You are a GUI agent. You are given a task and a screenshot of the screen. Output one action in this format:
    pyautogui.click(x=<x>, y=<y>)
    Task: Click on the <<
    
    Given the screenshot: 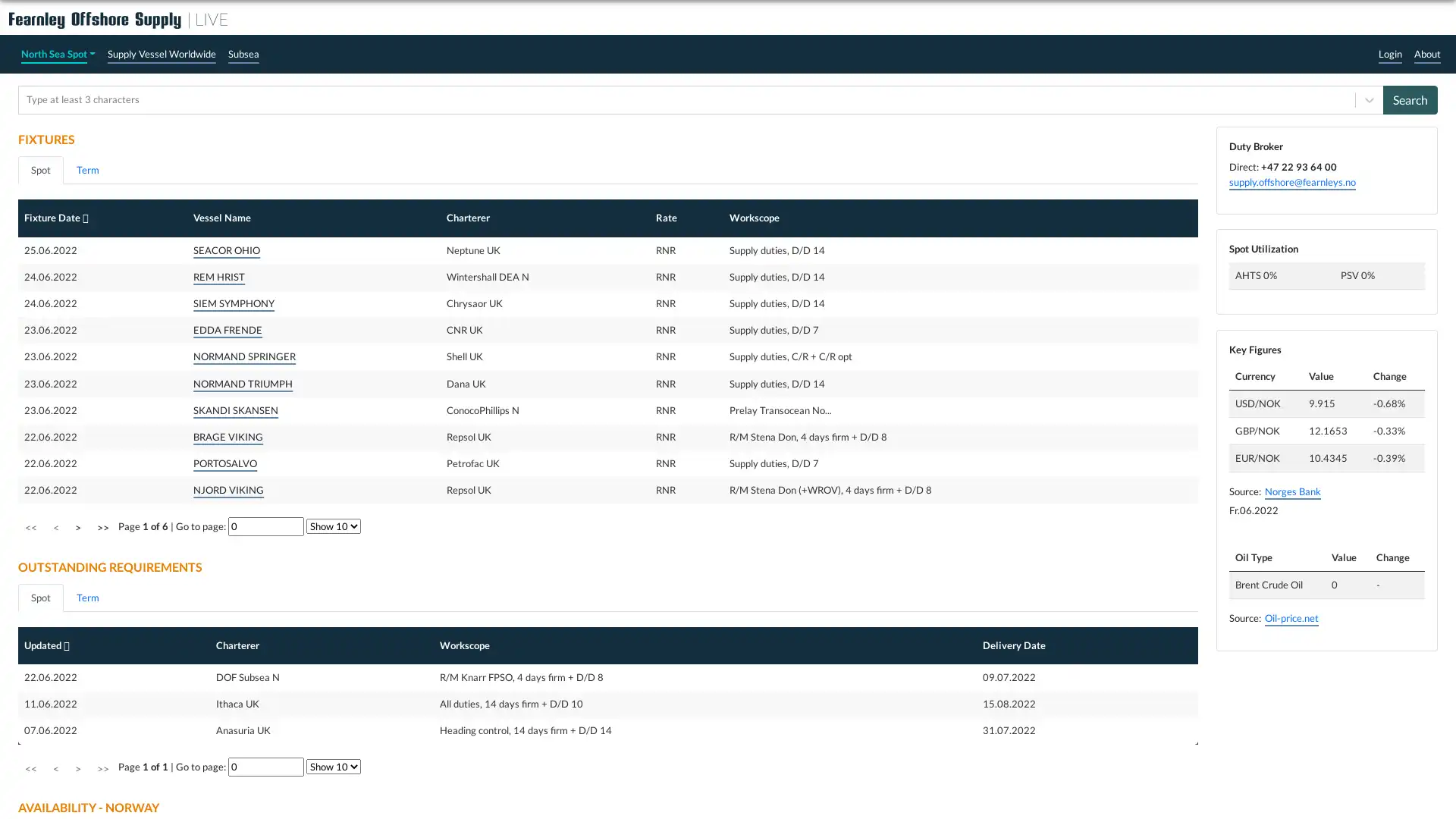 What is the action you would take?
    pyautogui.click(x=31, y=767)
    